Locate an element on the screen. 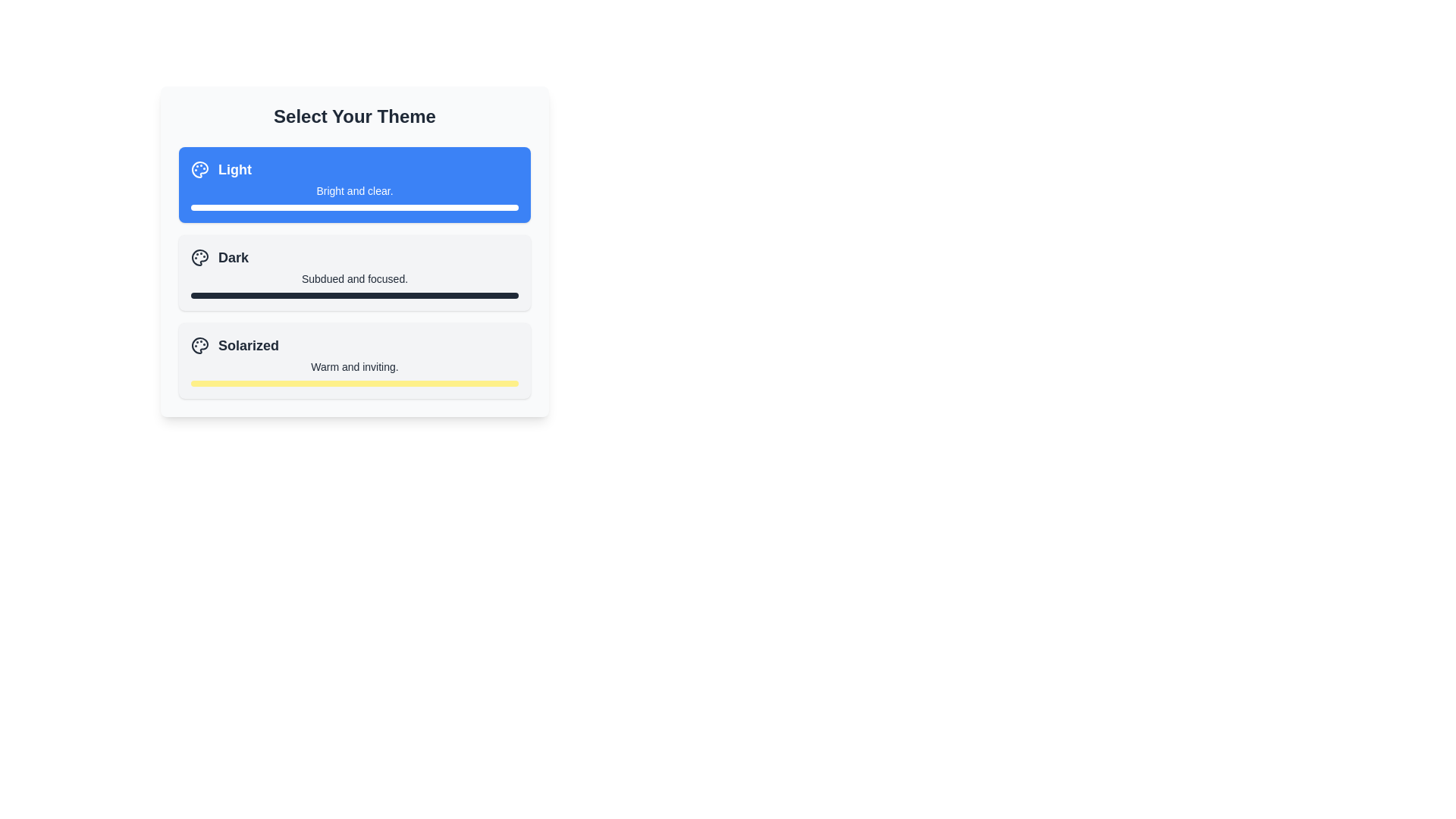 This screenshot has height=819, width=1456. the 'Dark' button with a palette icon is located at coordinates (353, 271).